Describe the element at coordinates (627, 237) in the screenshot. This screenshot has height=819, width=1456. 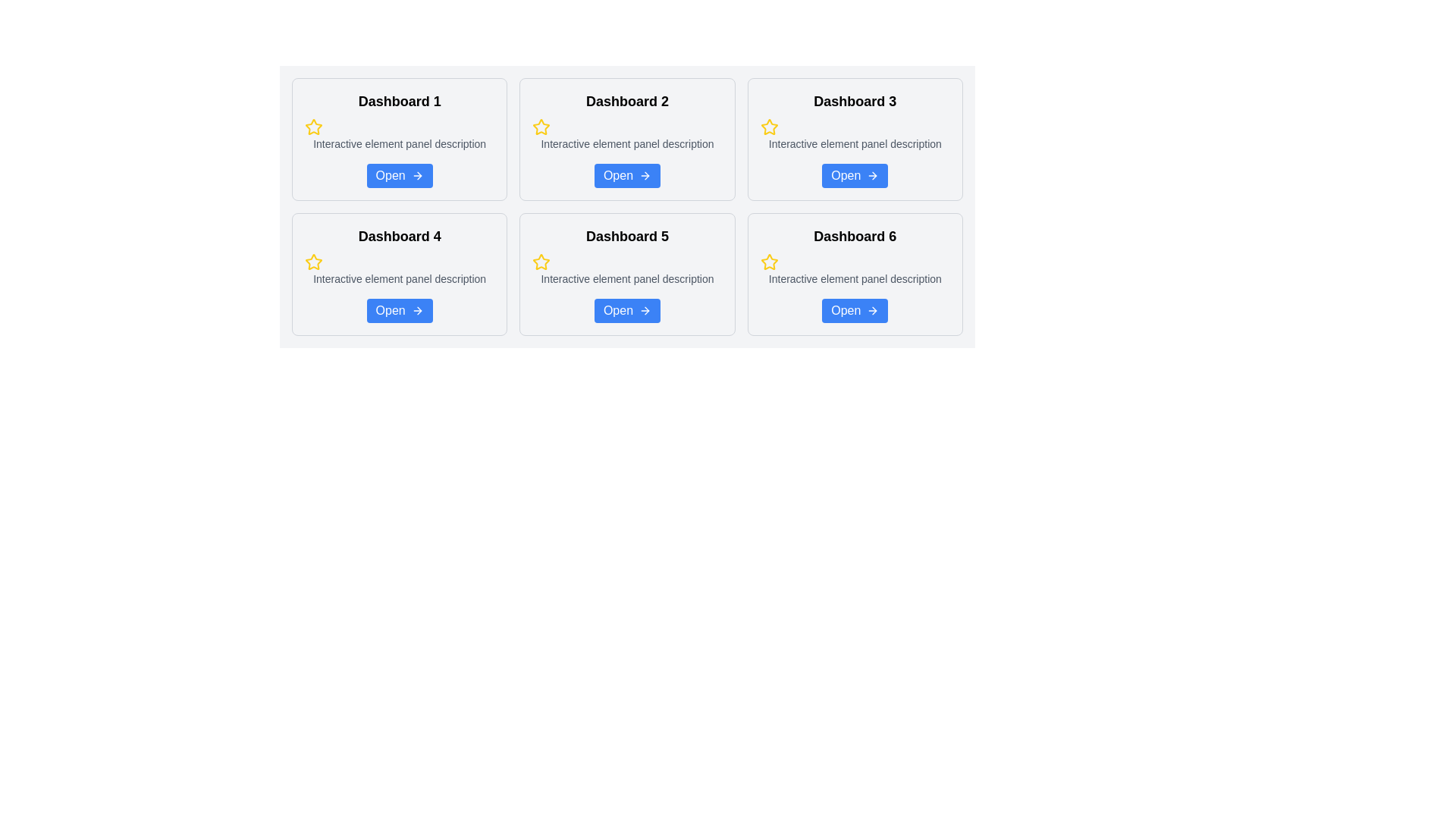
I see `the fifth heading text element in the second row, second column of the grid layout, which serves as the title for its respective panel` at that location.